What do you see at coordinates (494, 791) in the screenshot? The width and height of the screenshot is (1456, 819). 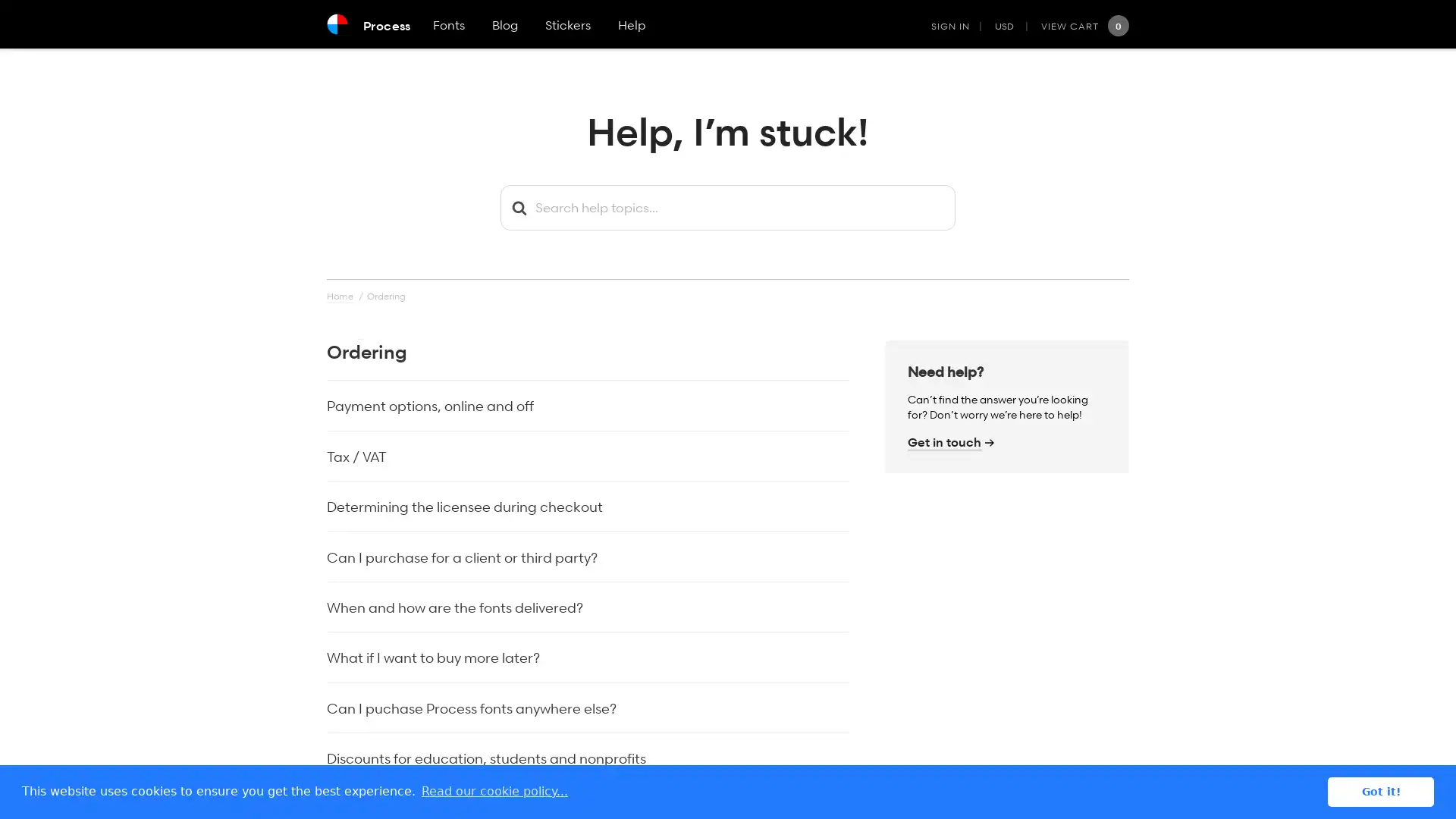 I see `learn more about cookies` at bounding box center [494, 791].